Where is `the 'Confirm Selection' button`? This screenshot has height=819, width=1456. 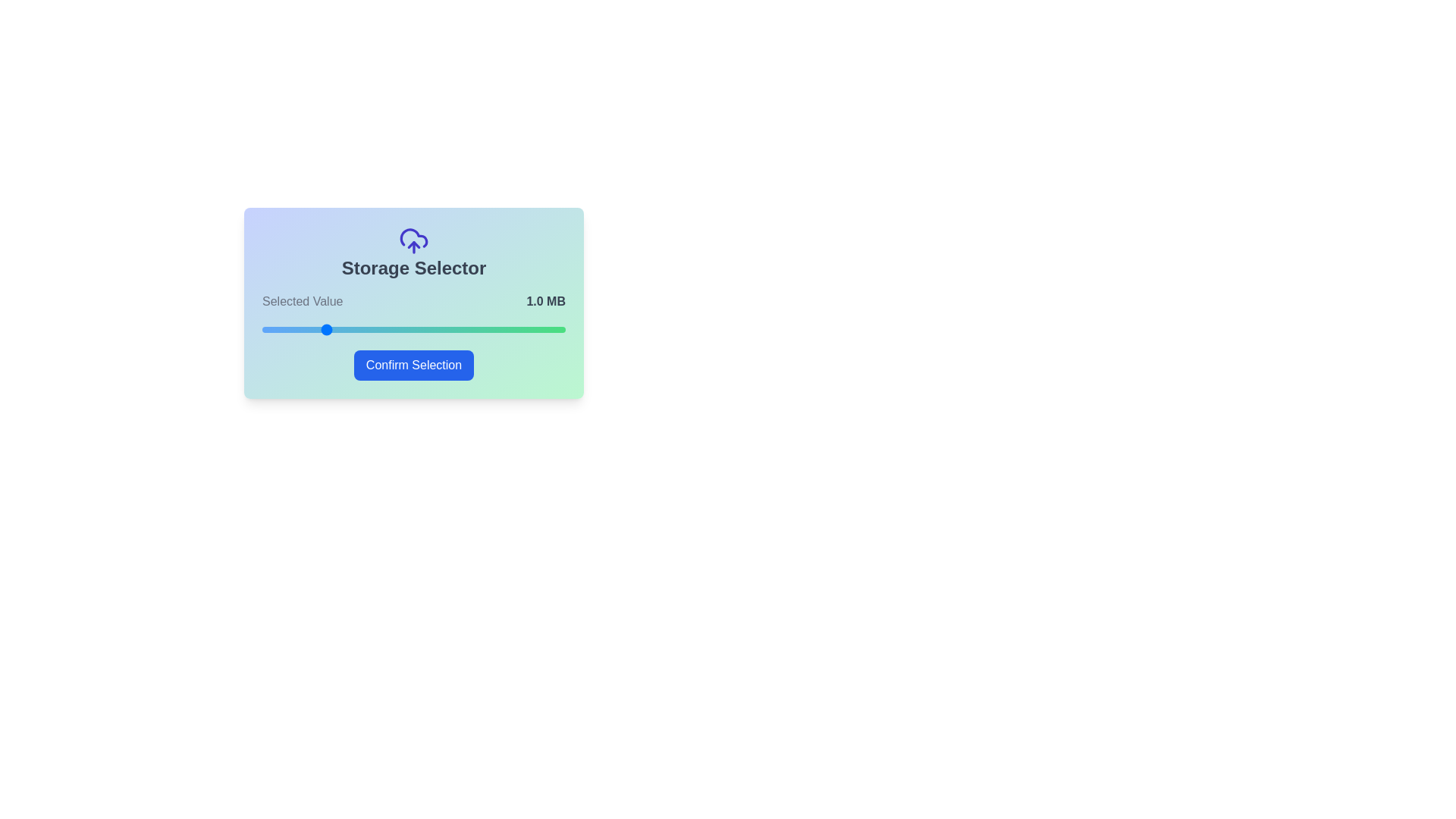
the 'Confirm Selection' button is located at coordinates (414, 366).